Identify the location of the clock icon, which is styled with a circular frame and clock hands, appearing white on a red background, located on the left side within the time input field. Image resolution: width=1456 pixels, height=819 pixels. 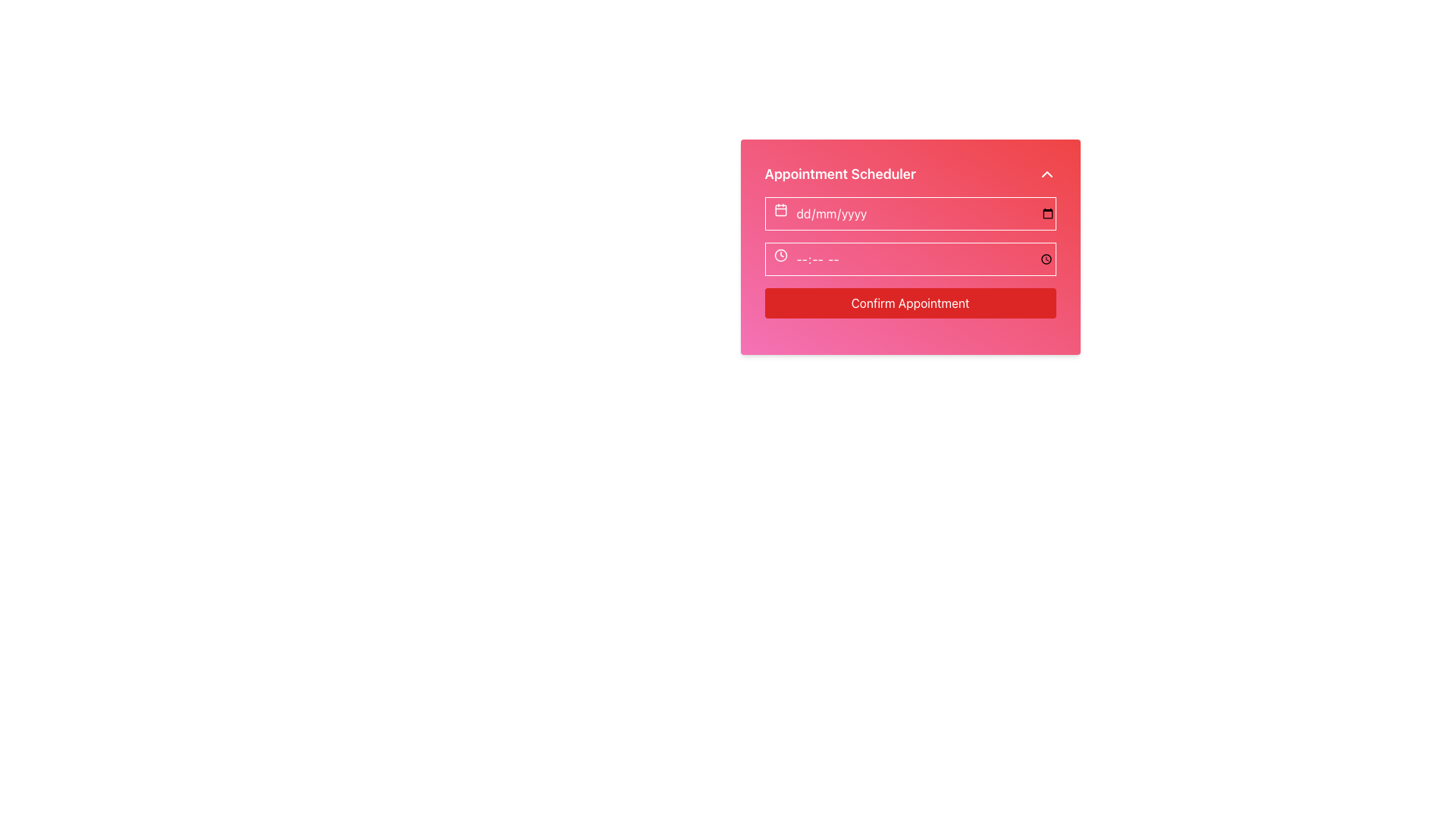
(780, 254).